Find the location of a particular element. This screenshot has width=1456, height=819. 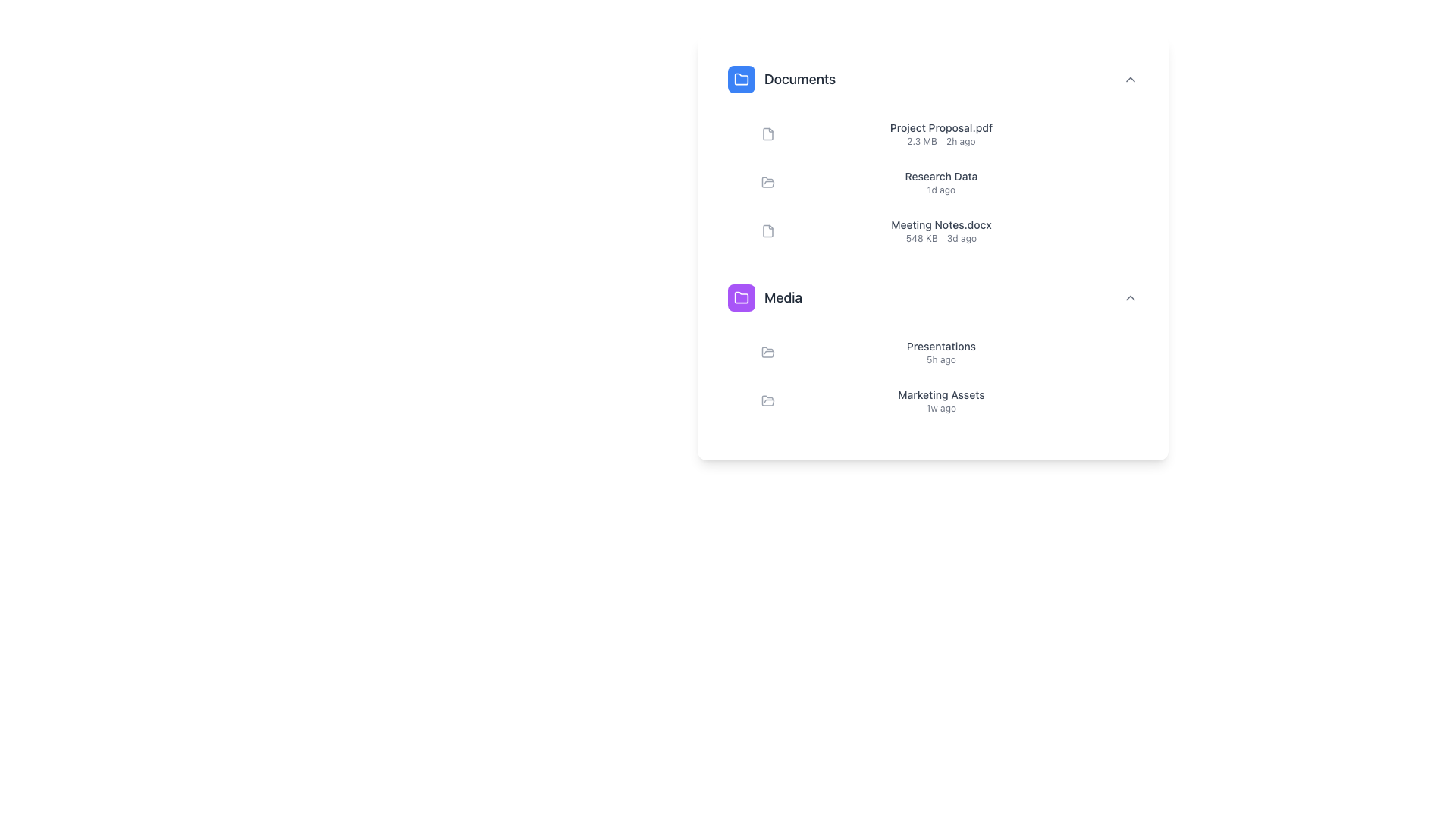

the 'Presentations' text label, which is located is located at coordinates (940, 353).